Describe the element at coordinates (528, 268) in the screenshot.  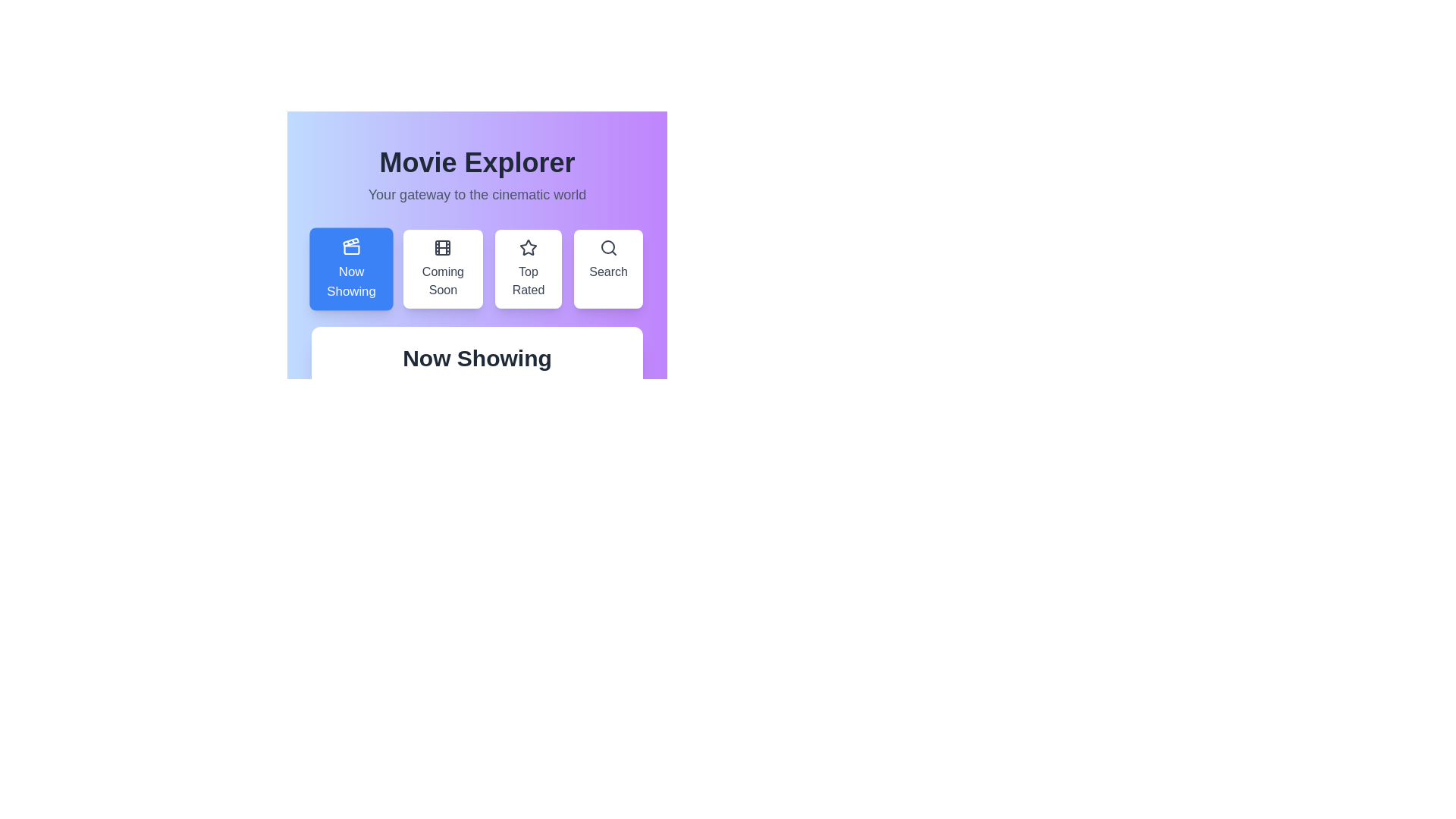
I see `the tab labeled Top Rated` at that location.